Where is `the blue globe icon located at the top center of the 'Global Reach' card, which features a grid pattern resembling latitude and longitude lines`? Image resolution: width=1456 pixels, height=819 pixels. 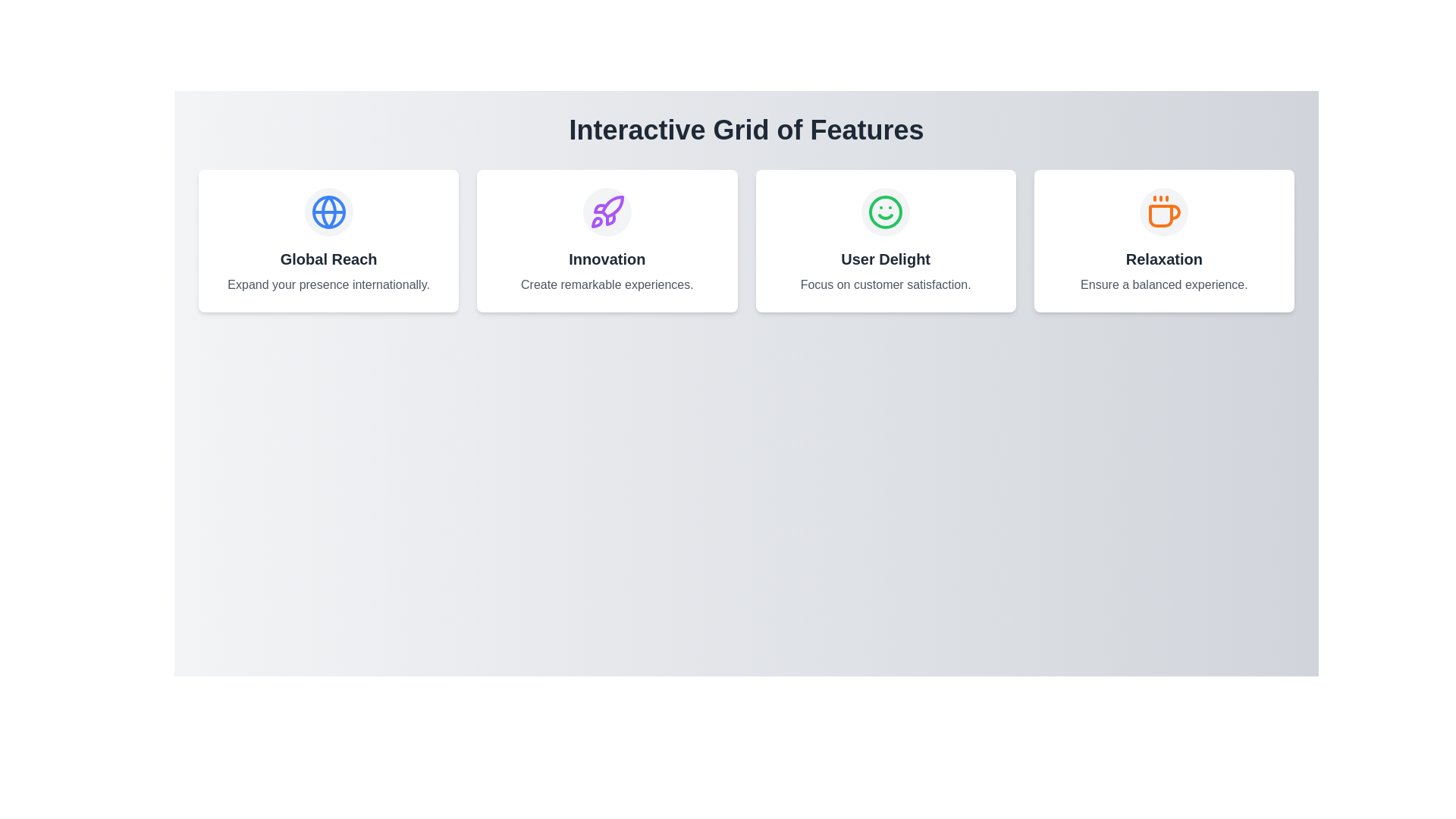
the blue globe icon located at the top center of the 'Global Reach' card, which features a grid pattern resembling latitude and longitude lines is located at coordinates (328, 212).